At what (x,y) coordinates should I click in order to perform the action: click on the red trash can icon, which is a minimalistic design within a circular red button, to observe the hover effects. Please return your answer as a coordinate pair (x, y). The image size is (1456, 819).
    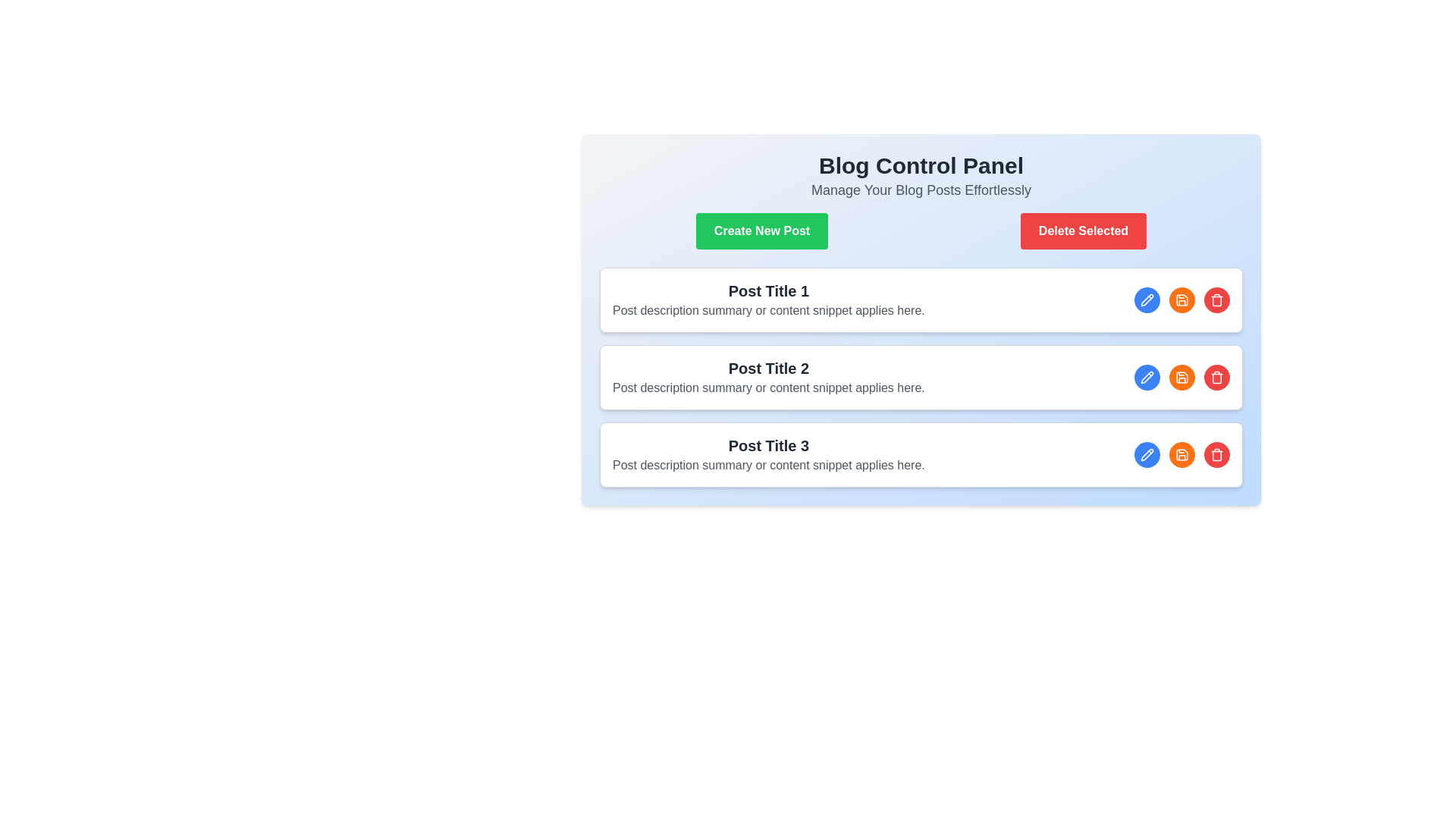
    Looking at the image, I should click on (1216, 454).